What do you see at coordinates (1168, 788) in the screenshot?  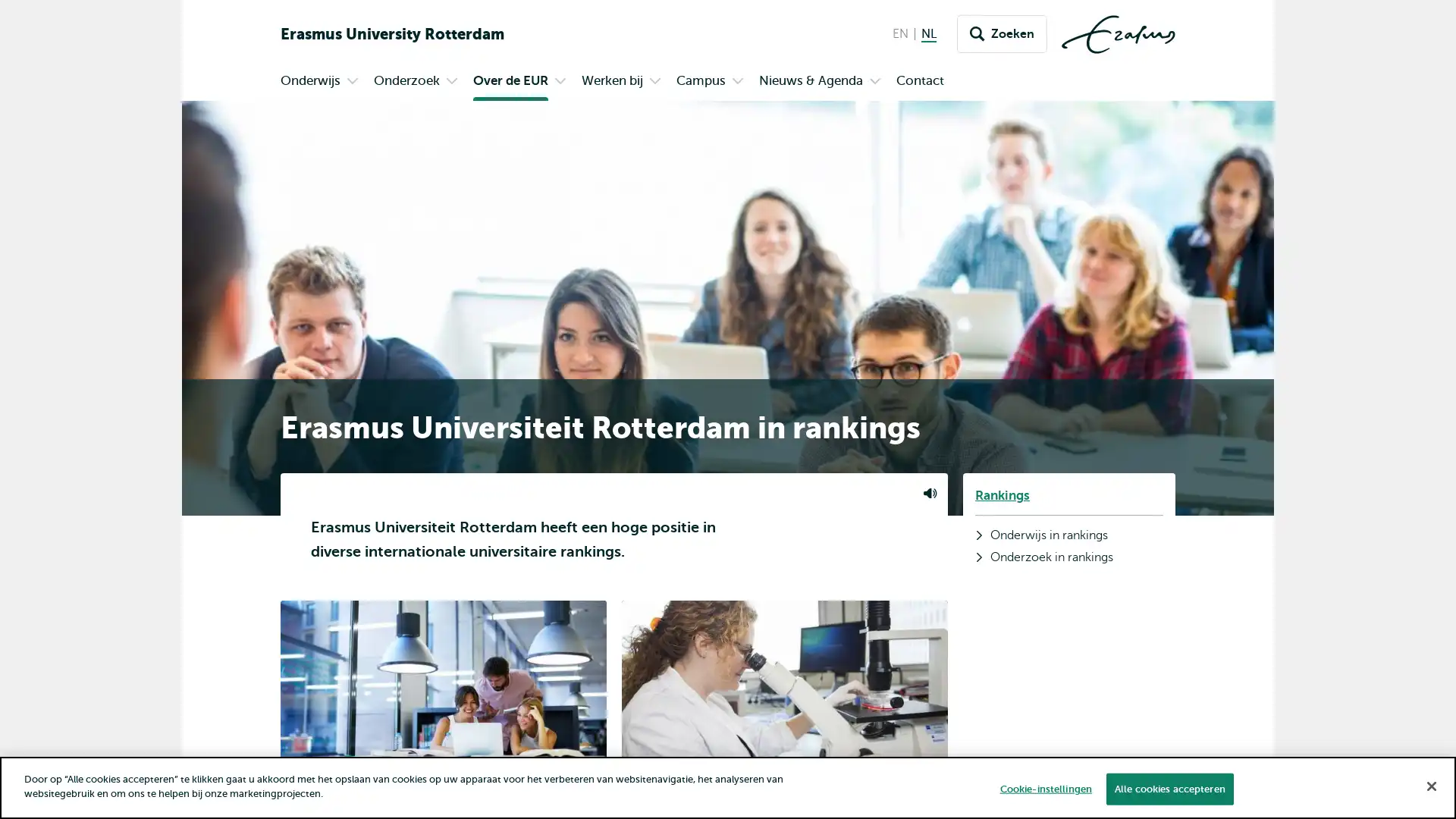 I see `Alle cookies accepteren` at bounding box center [1168, 788].